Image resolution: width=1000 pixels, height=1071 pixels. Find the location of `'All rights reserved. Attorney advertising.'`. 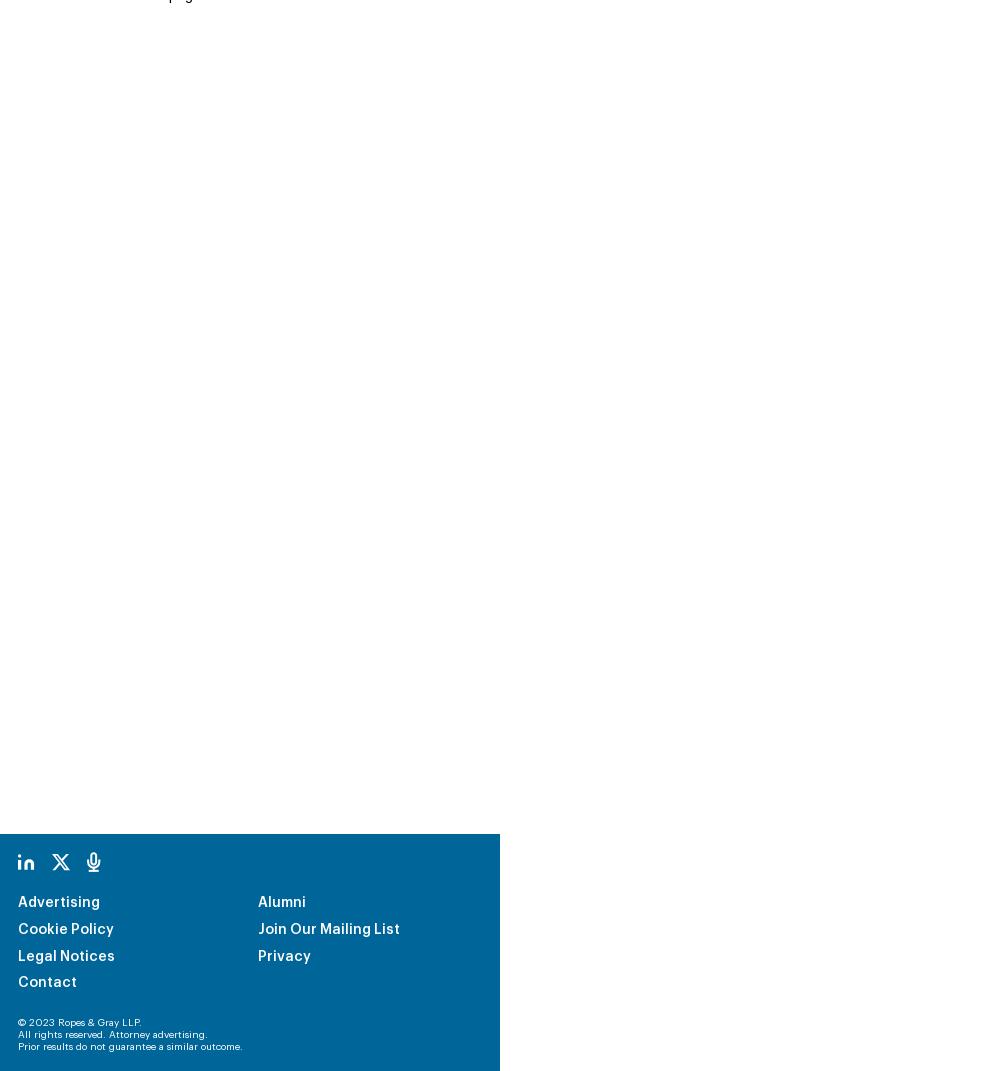

'All rights reserved. Attorney advertising.' is located at coordinates (112, 901).